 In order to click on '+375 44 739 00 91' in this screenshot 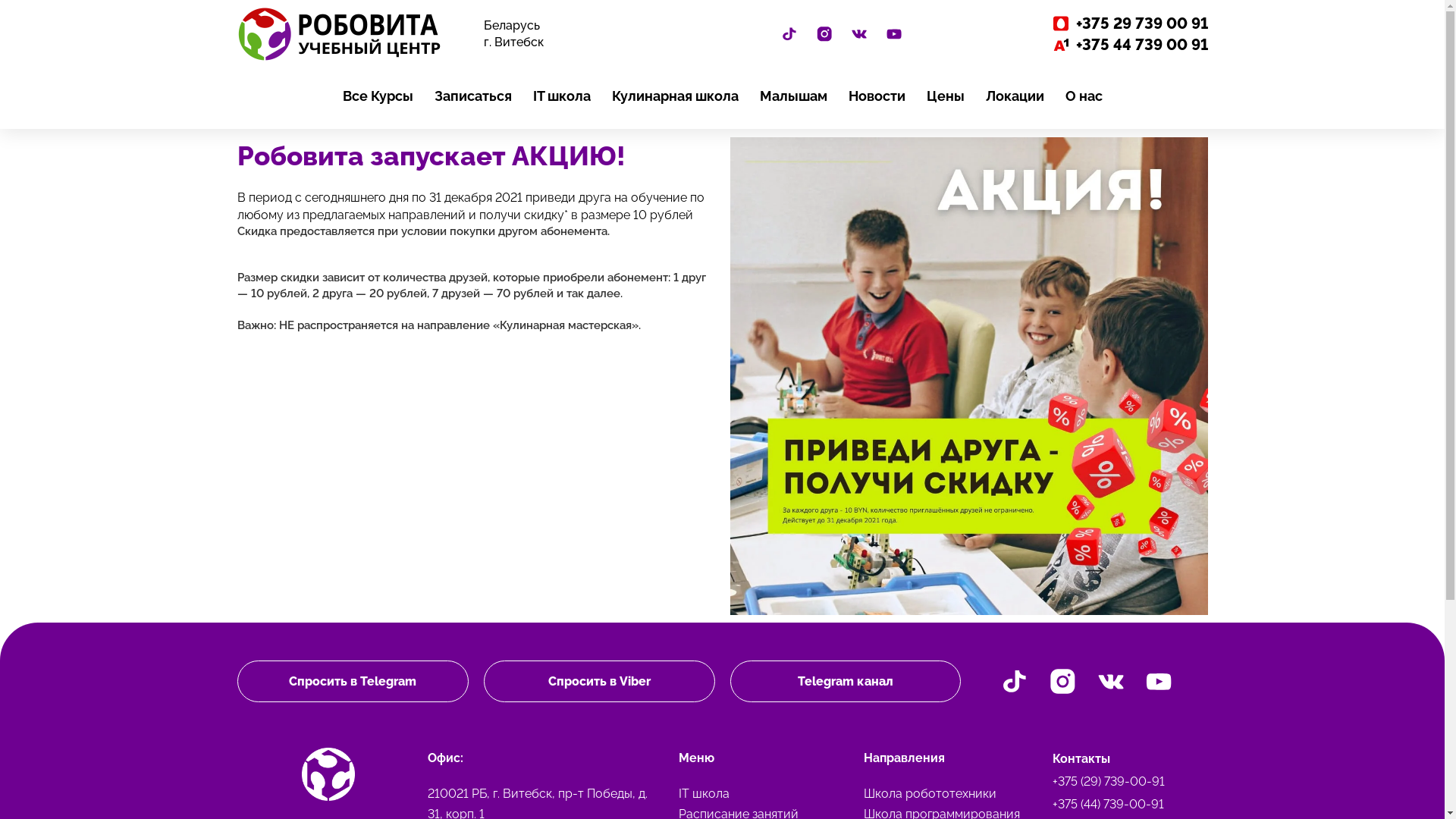, I will do `click(1092, 43)`.